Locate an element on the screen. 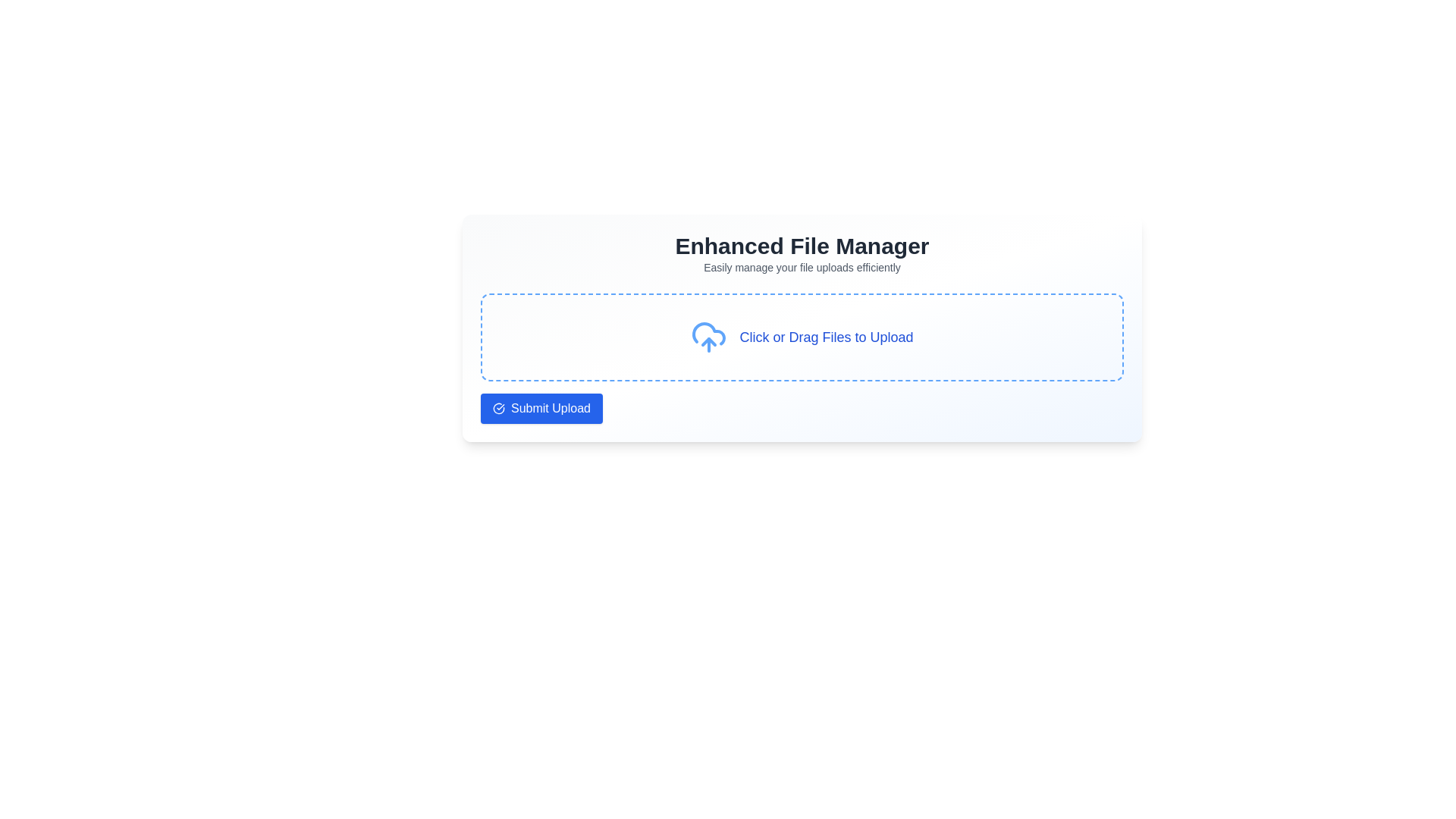 The image size is (1456, 819). instructional text label displaying 'Click or Drag Files to Upload', which is centered within a dashed-bordered box in the 'Enhanced File Manager' section is located at coordinates (825, 336).